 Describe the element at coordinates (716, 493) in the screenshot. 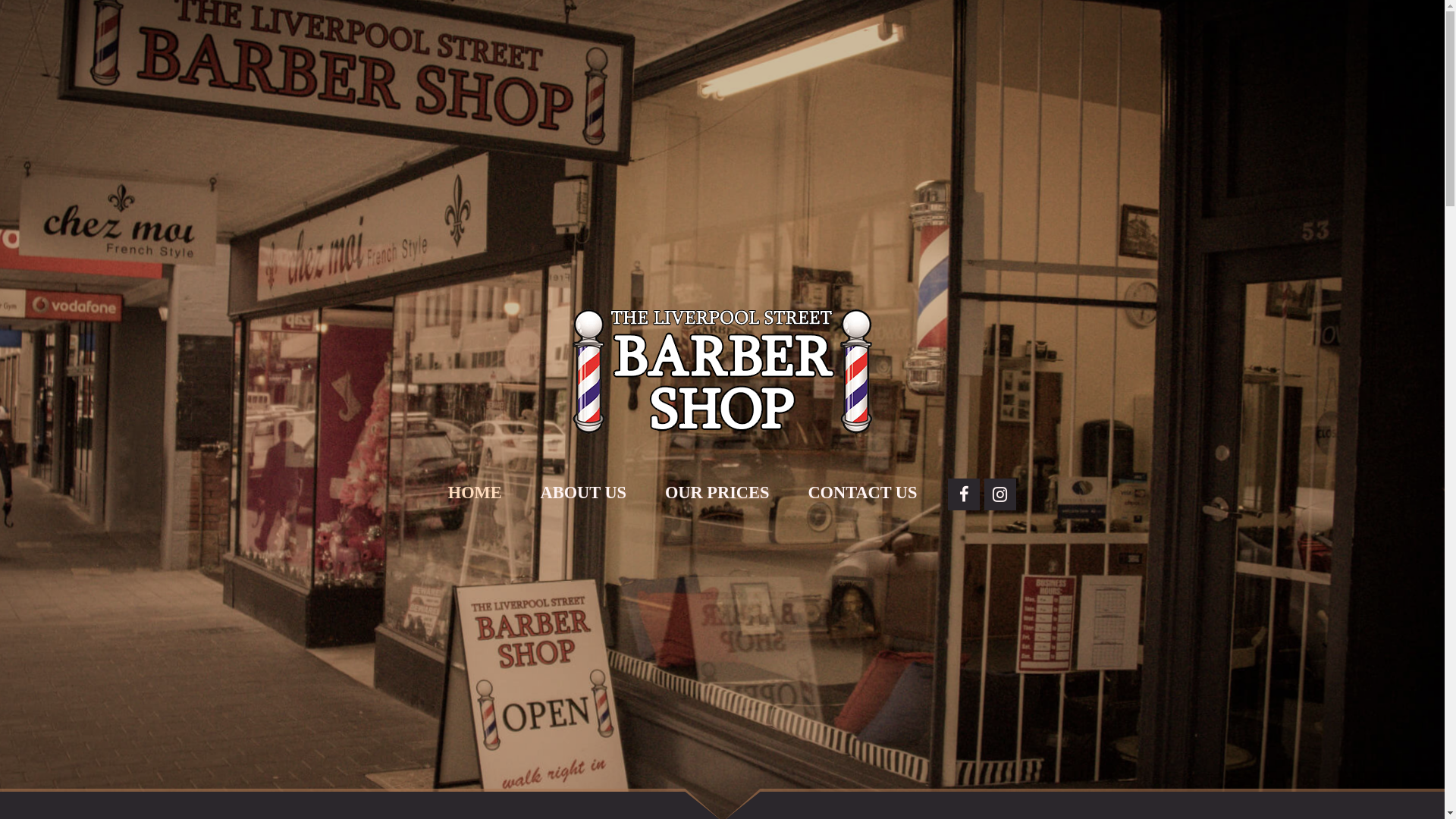

I see `'OUR PRICES'` at that location.